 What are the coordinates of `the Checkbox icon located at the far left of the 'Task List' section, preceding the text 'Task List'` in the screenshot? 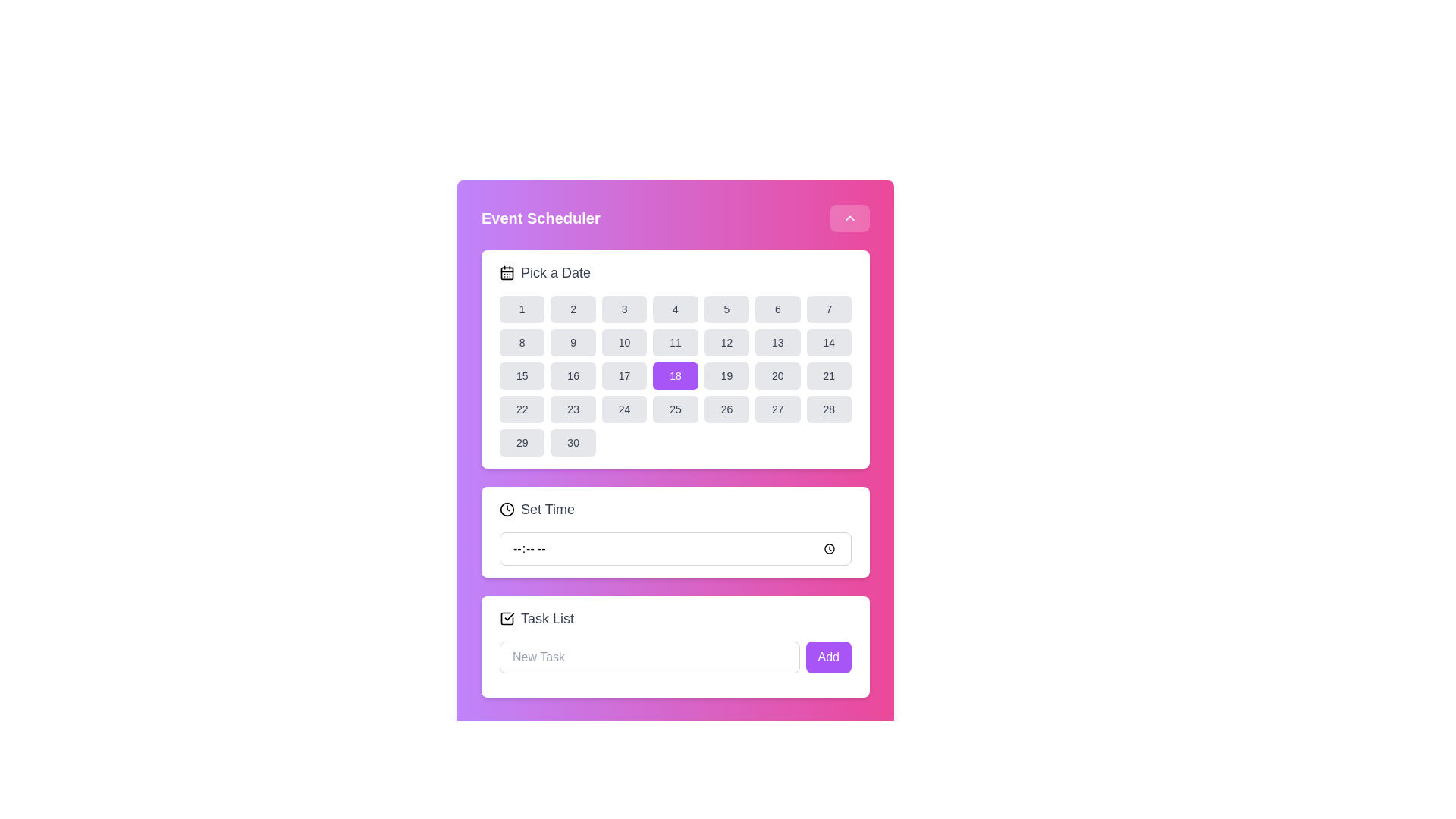 It's located at (507, 619).